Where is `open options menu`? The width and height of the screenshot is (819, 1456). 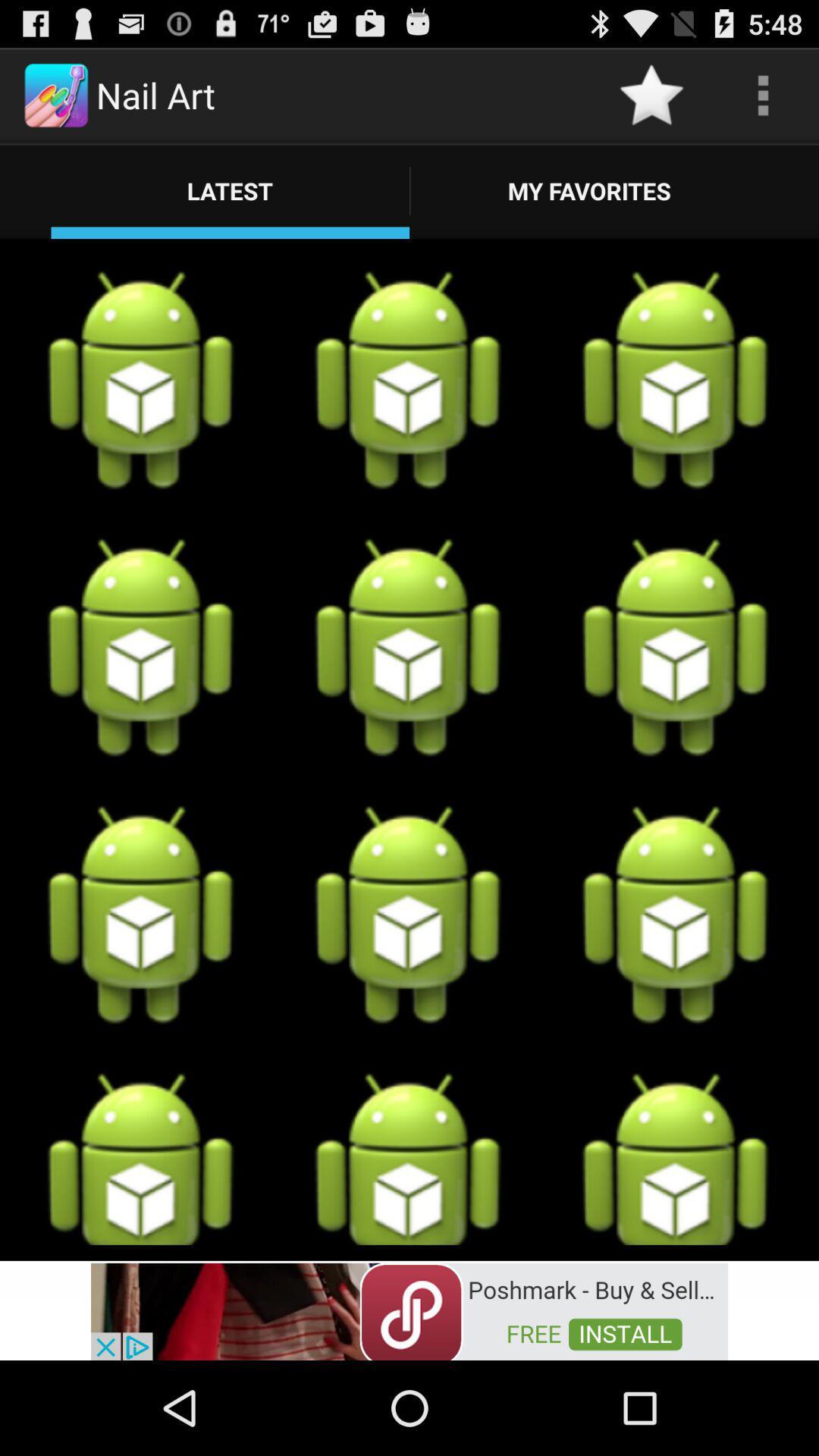 open options menu is located at coordinates (763, 94).